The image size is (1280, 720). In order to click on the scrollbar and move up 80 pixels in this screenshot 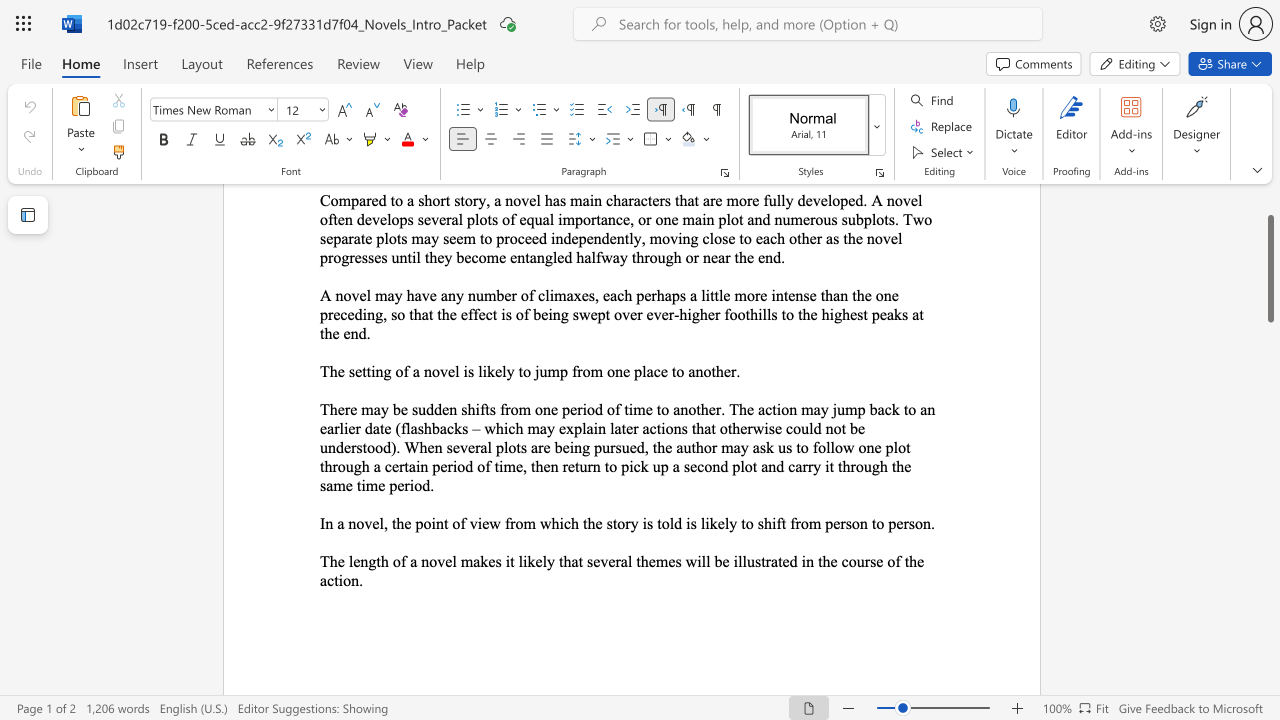, I will do `click(1269, 268)`.